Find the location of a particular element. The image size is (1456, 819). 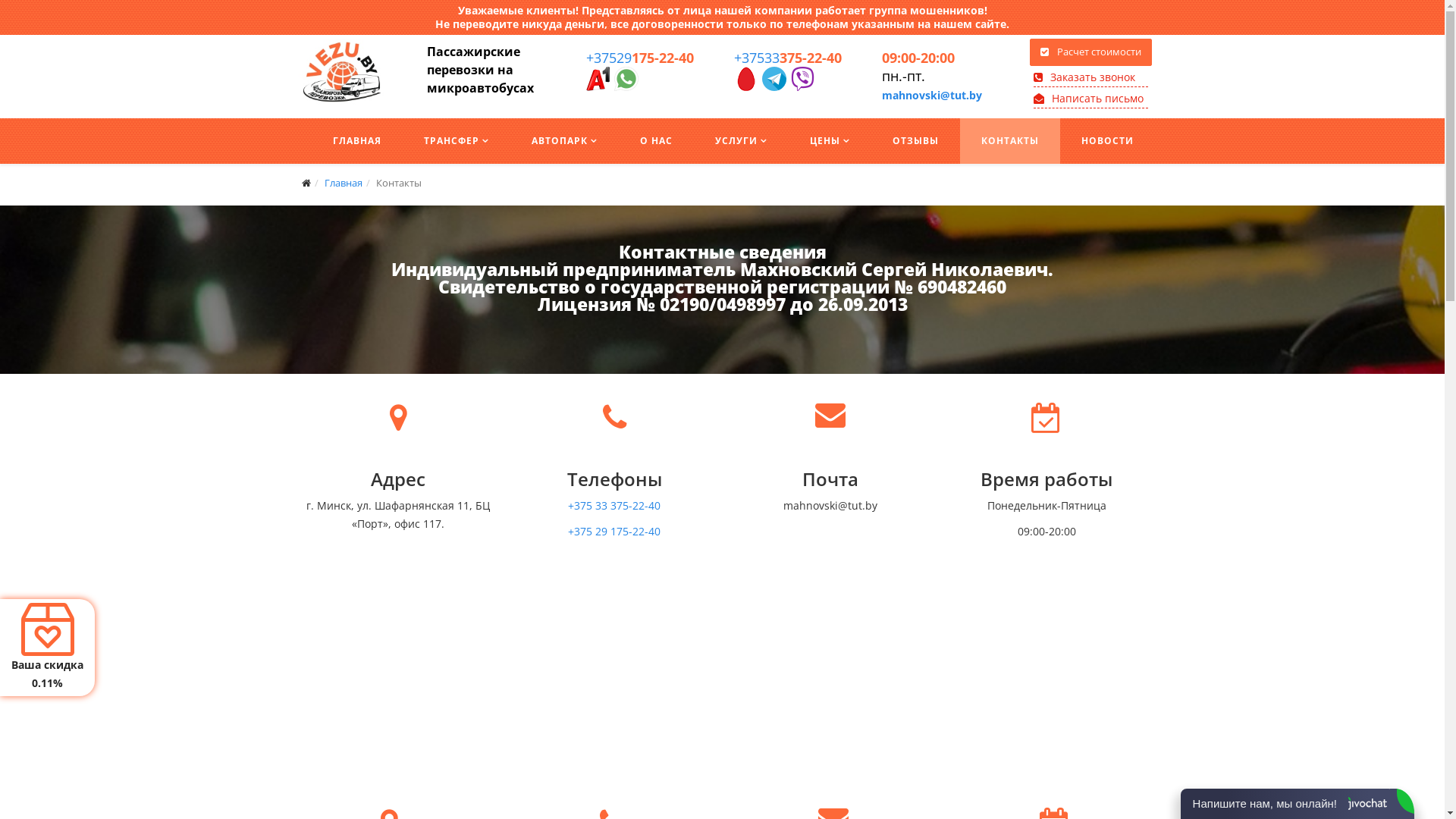

'+375 33 375-22-40' is located at coordinates (614, 505).